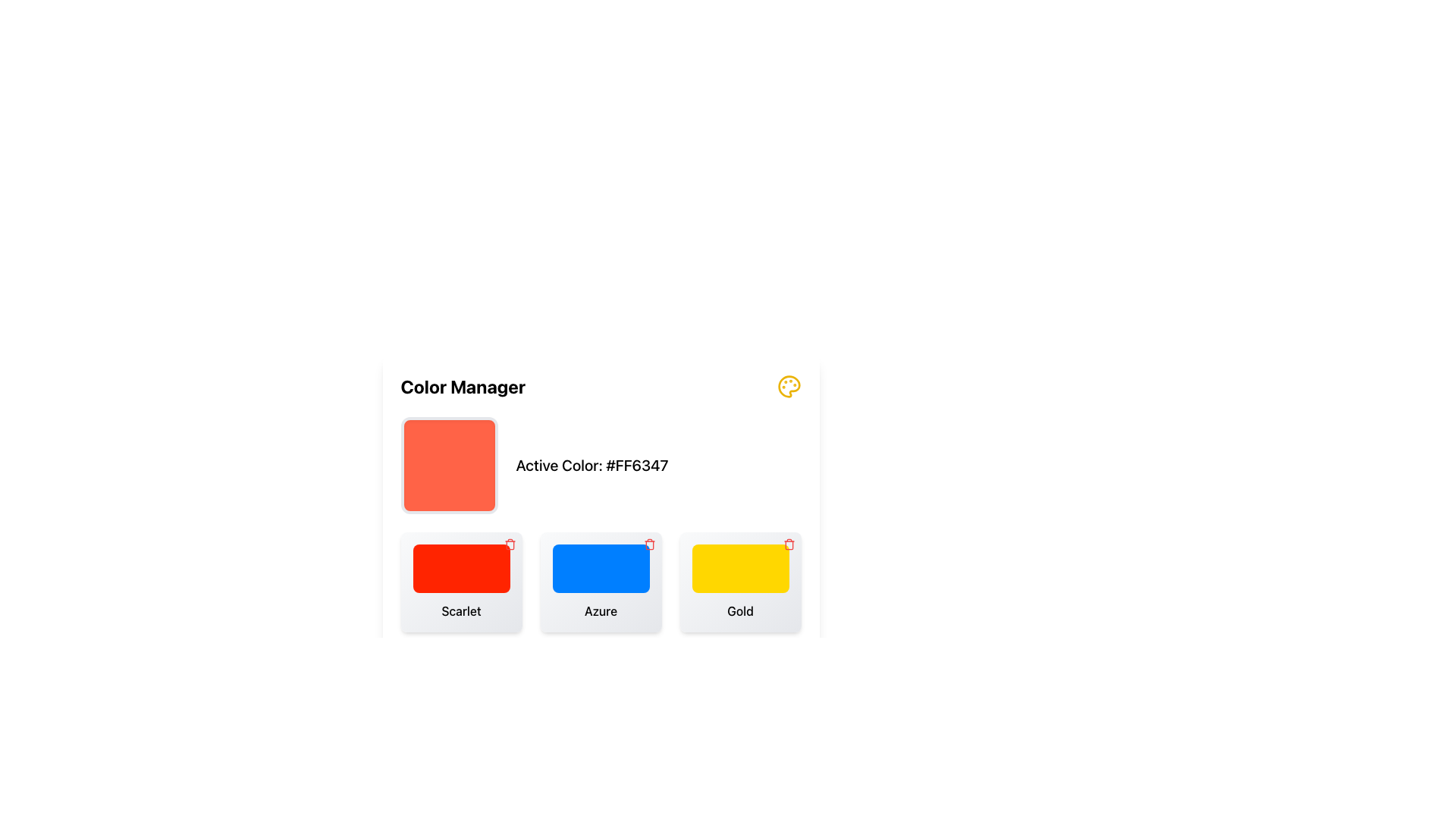 Image resolution: width=1456 pixels, height=819 pixels. I want to click on the Text label indicating the purpose of the color management interface, located in the upper-left portion of the panel, so click(462, 385).